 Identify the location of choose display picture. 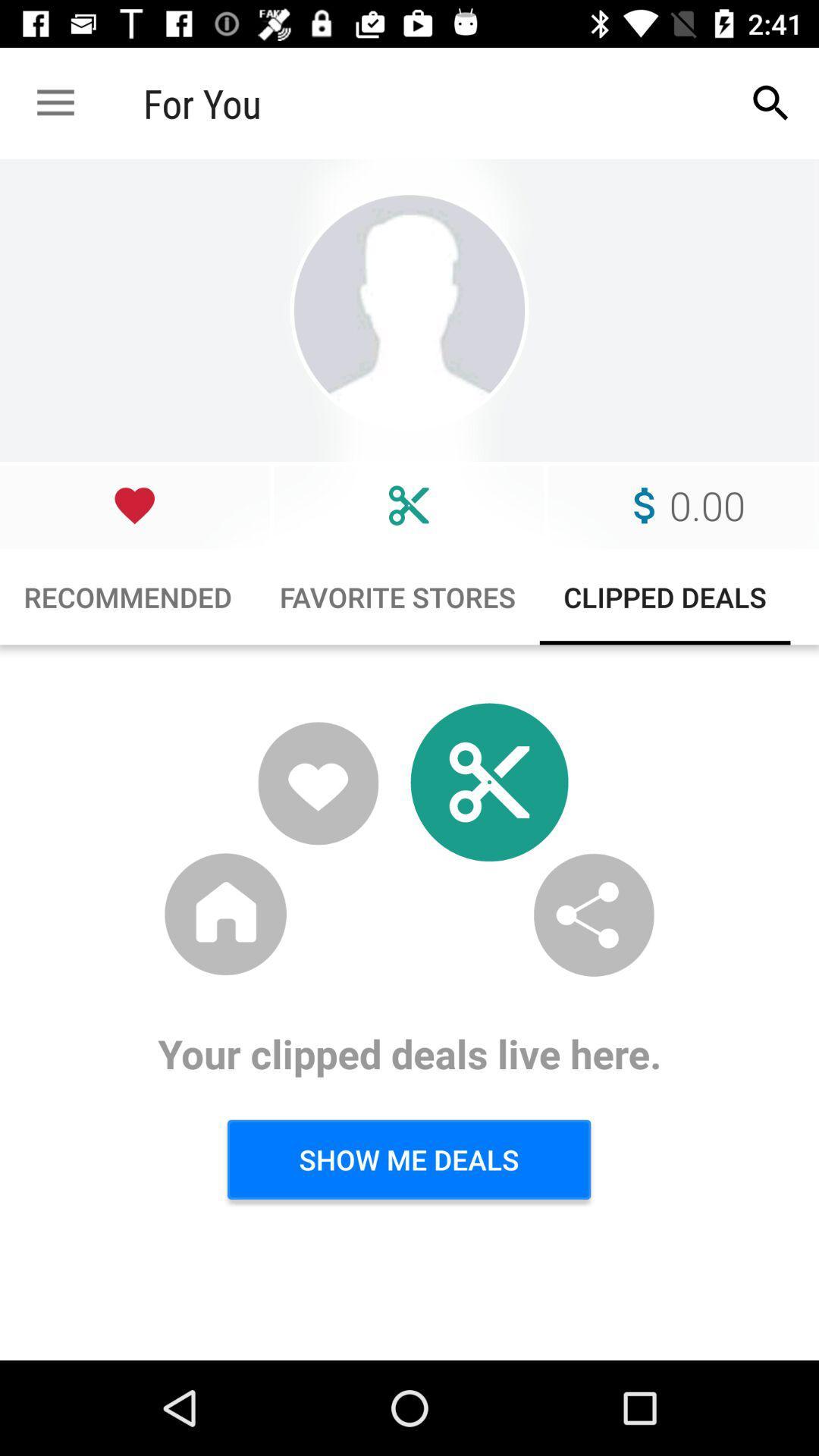
(409, 309).